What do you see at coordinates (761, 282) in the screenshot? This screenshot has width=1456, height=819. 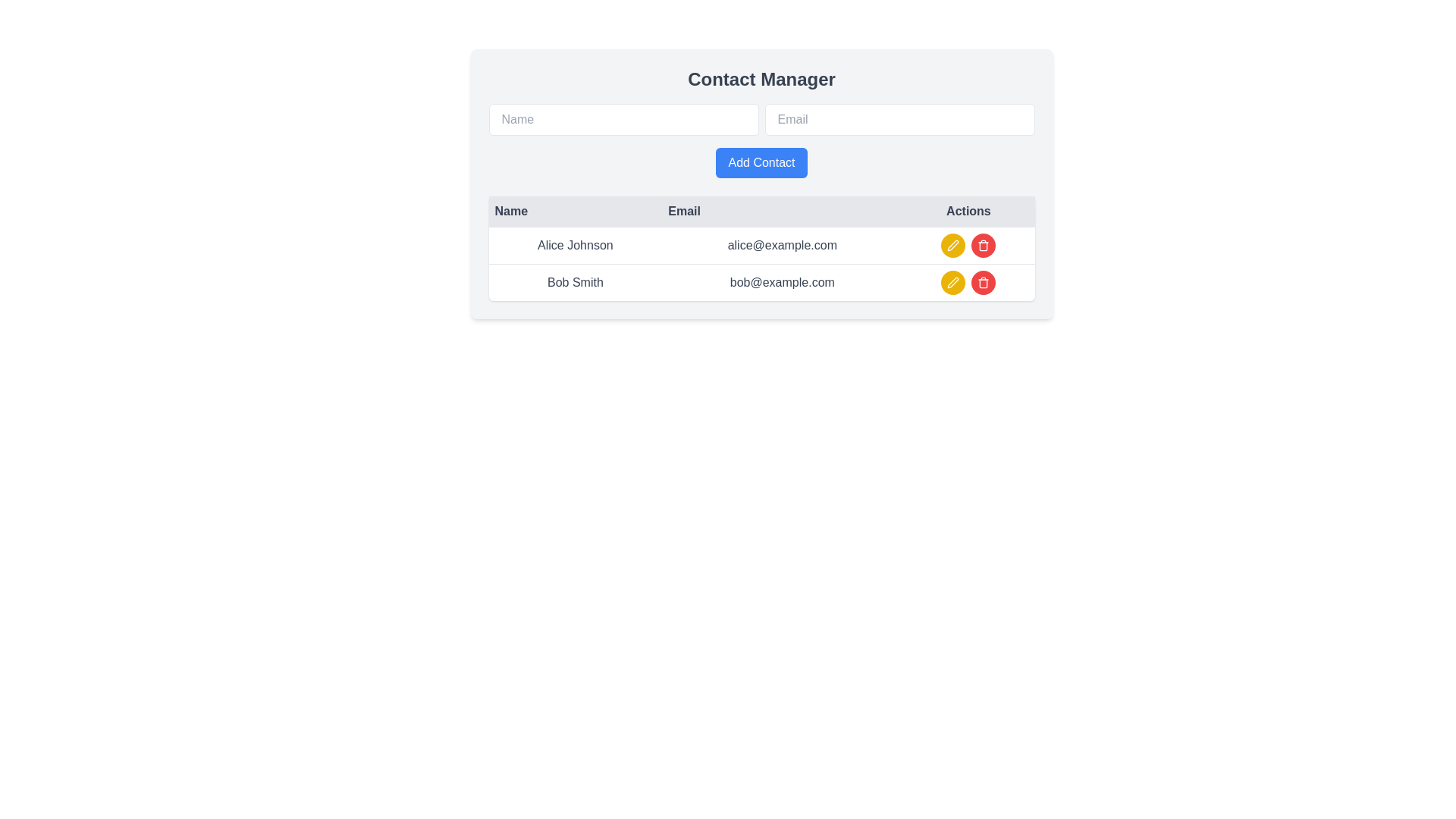 I see `the second row in the table containing the text 'Bob Smith' and 'bob@example.com'` at bounding box center [761, 282].